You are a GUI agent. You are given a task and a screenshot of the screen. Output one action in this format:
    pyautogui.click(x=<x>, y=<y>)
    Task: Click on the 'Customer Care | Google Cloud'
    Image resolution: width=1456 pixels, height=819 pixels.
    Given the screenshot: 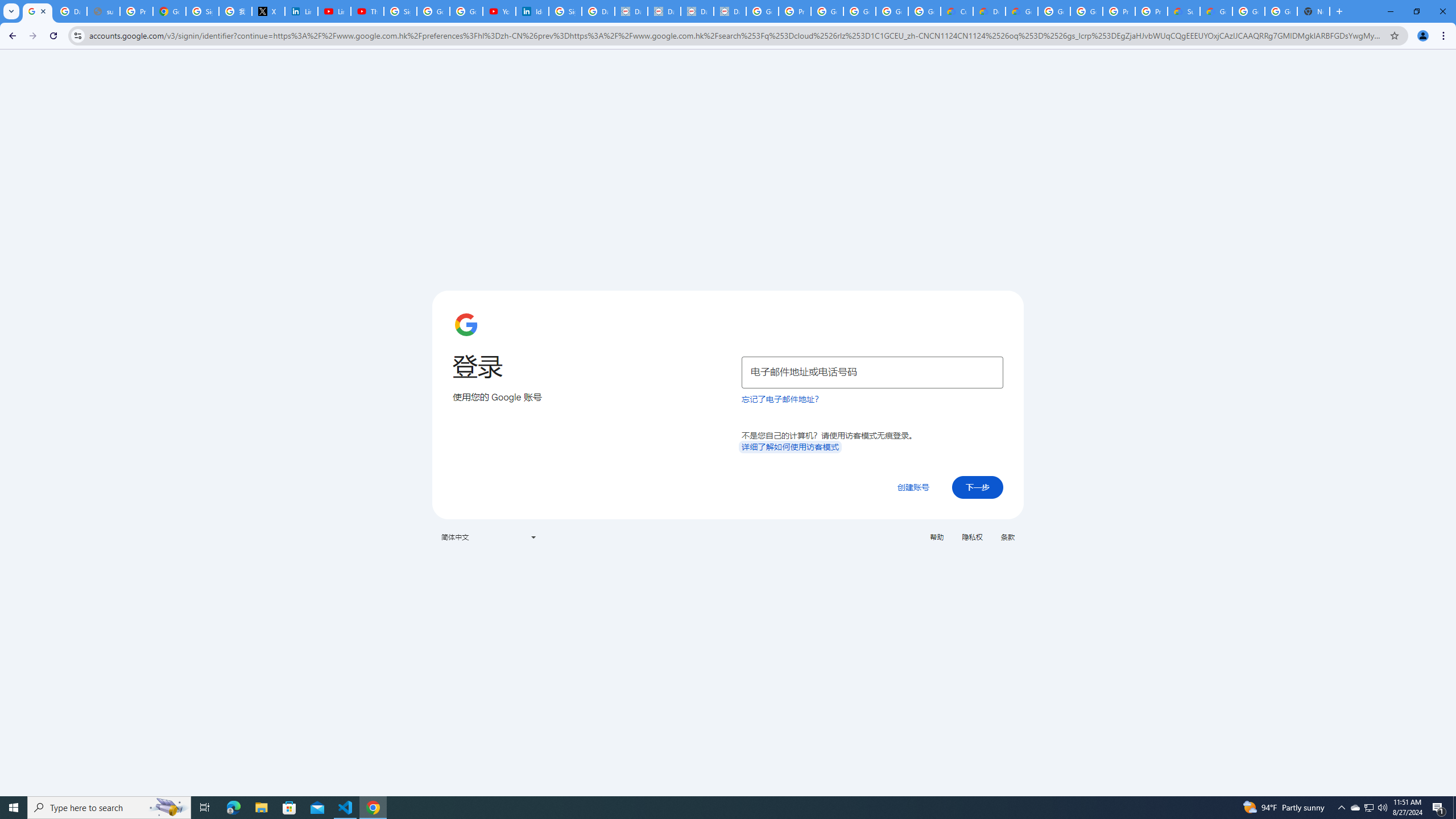 What is the action you would take?
    pyautogui.click(x=957, y=11)
    